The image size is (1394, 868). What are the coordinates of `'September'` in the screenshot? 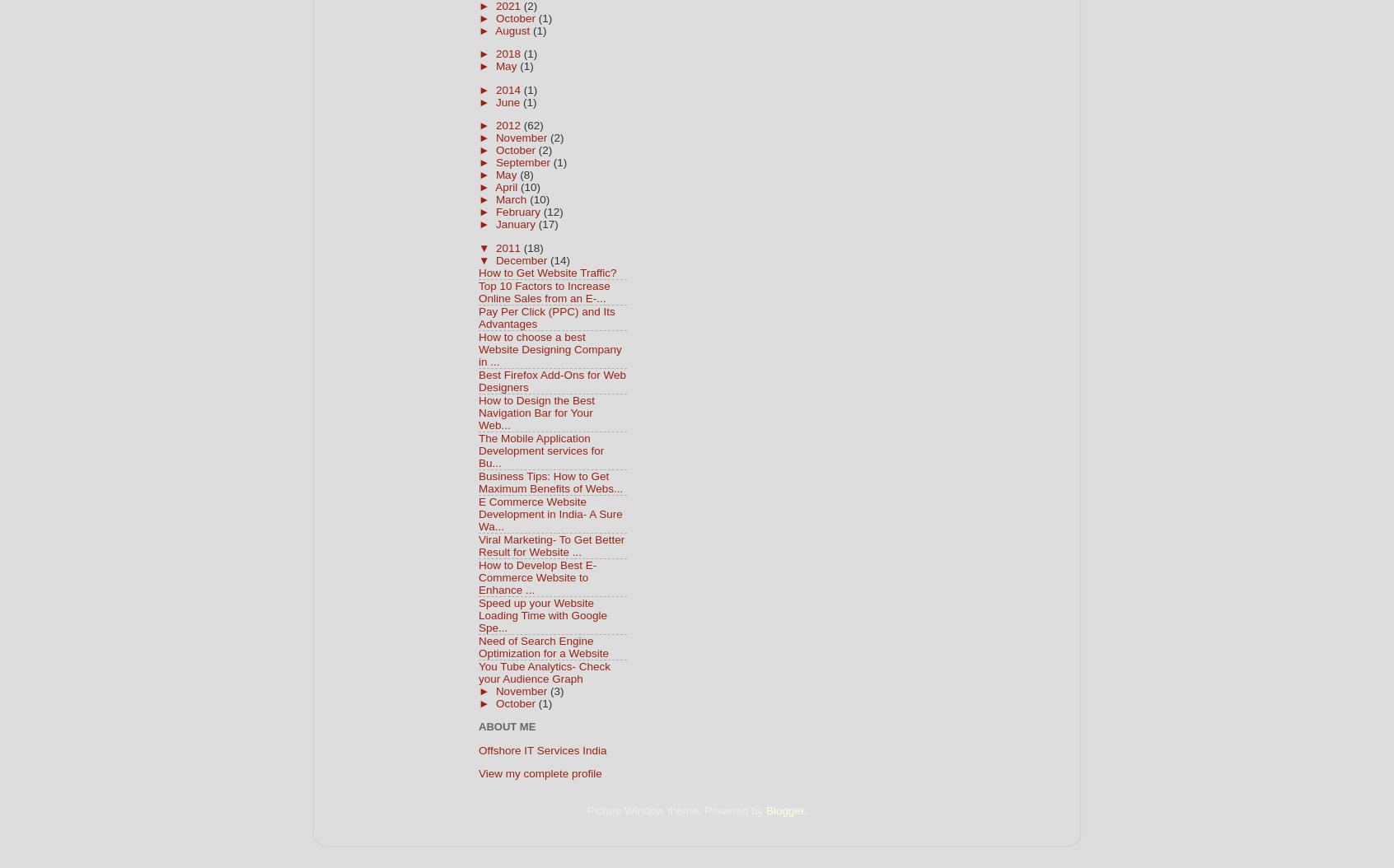 It's located at (524, 161).